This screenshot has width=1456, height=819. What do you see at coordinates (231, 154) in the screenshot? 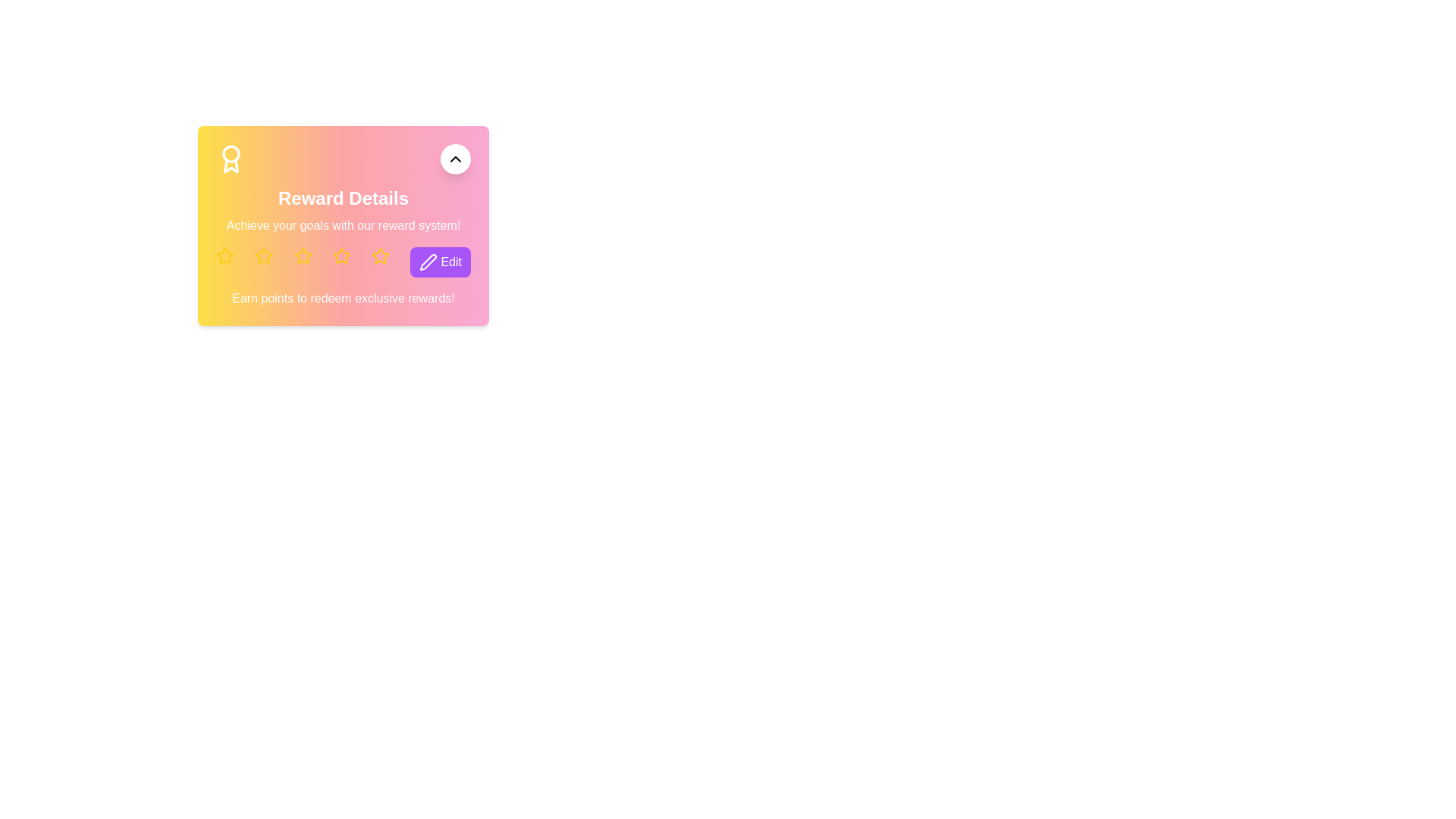
I see `the decorative circular icon located in the top left corner of the reward card section, which is part of an emblem-like structure` at bounding box center [231, 154].